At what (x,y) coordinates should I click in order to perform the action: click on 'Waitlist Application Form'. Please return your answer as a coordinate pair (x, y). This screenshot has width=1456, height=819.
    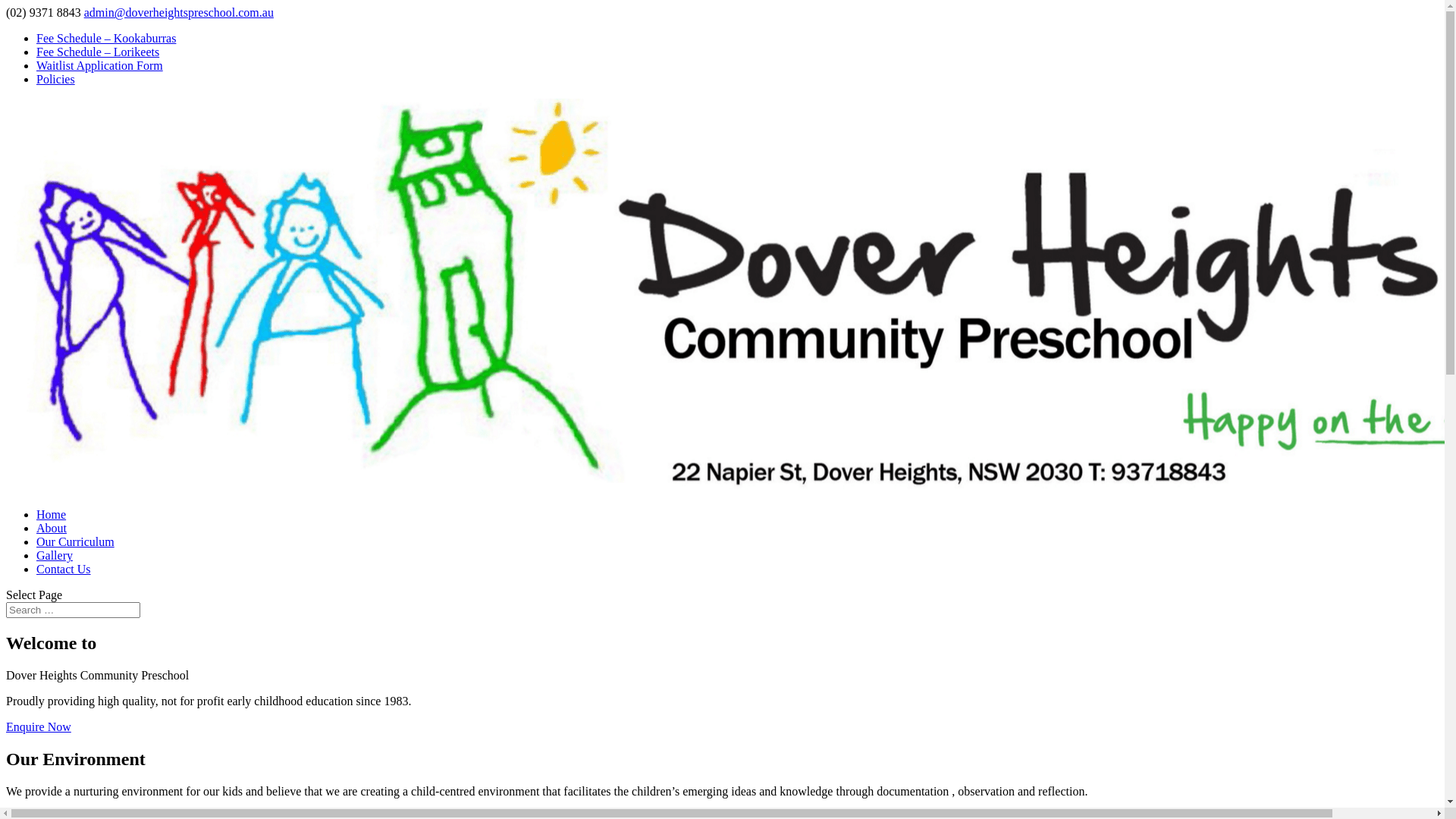
    Looking at the image, I should click on (99, 64).